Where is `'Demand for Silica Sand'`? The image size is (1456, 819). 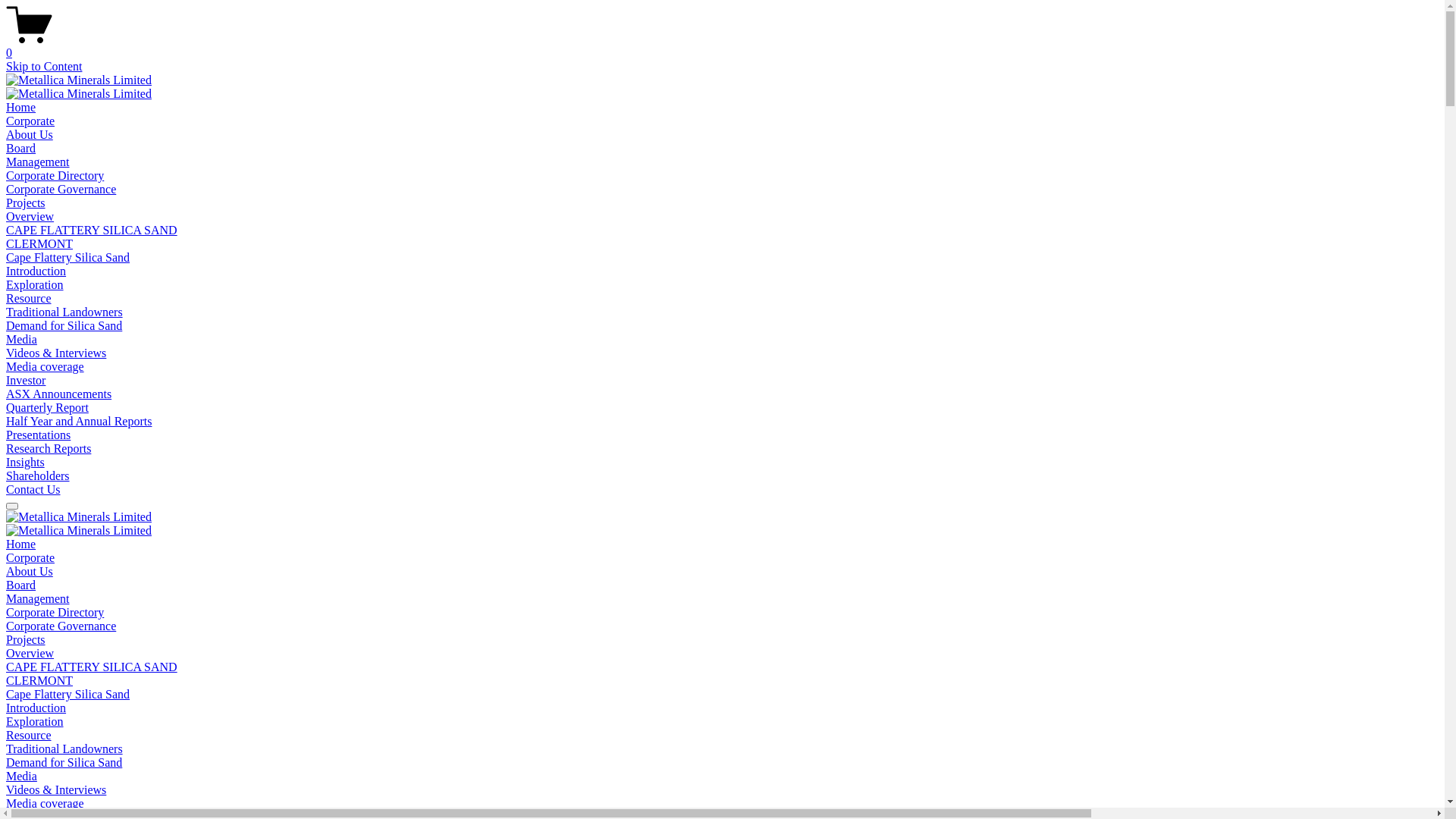
'Demand for Silica Sand' is located at coordinates (63, 762).